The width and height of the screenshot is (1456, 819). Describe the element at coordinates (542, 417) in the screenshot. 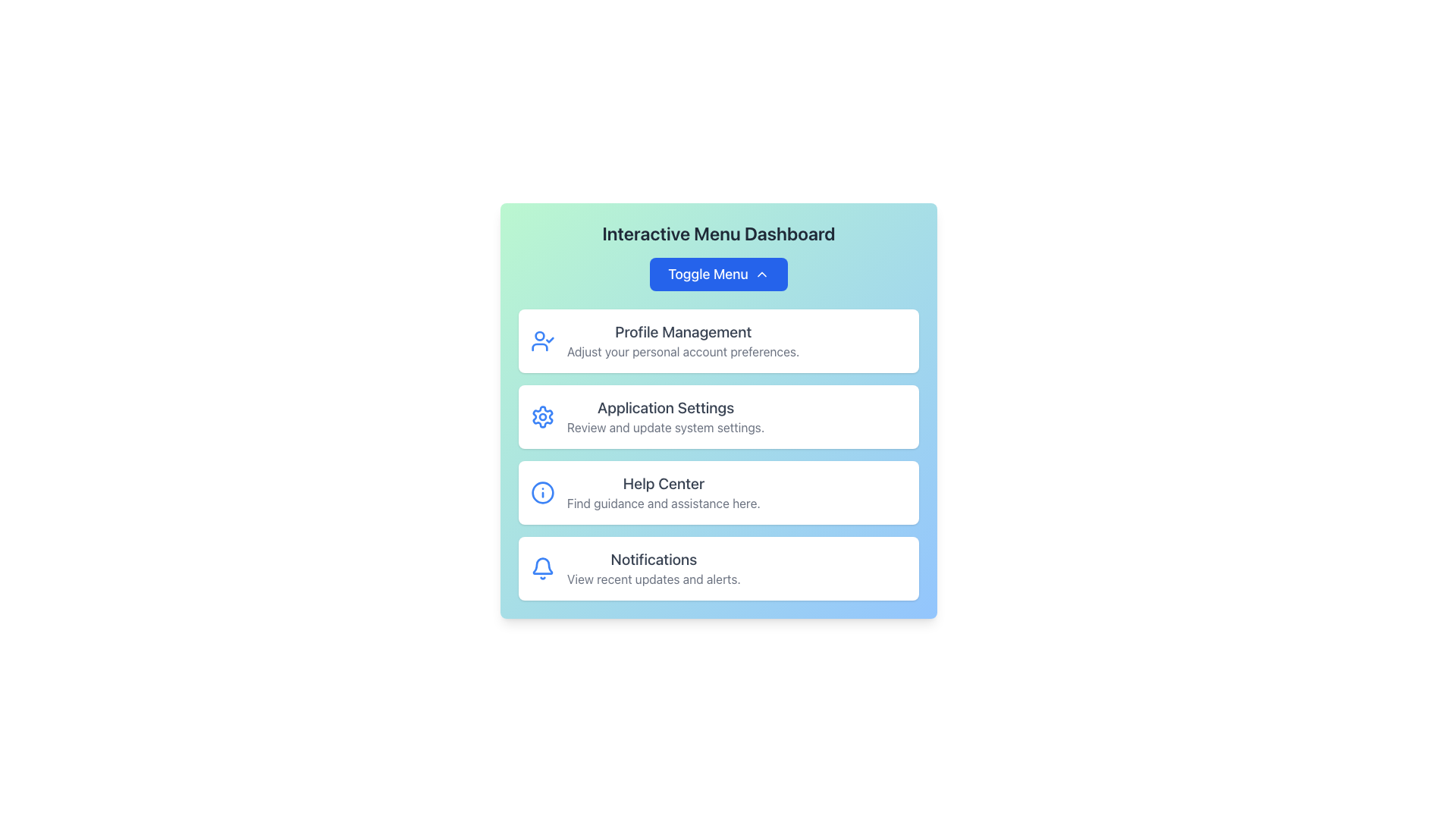

I see `the gear icon located to the left of the 'Application Settings' text in the second row of the layout, which is positioned below the 'Profile Management' row and above the 'Help Center' row` at that location.